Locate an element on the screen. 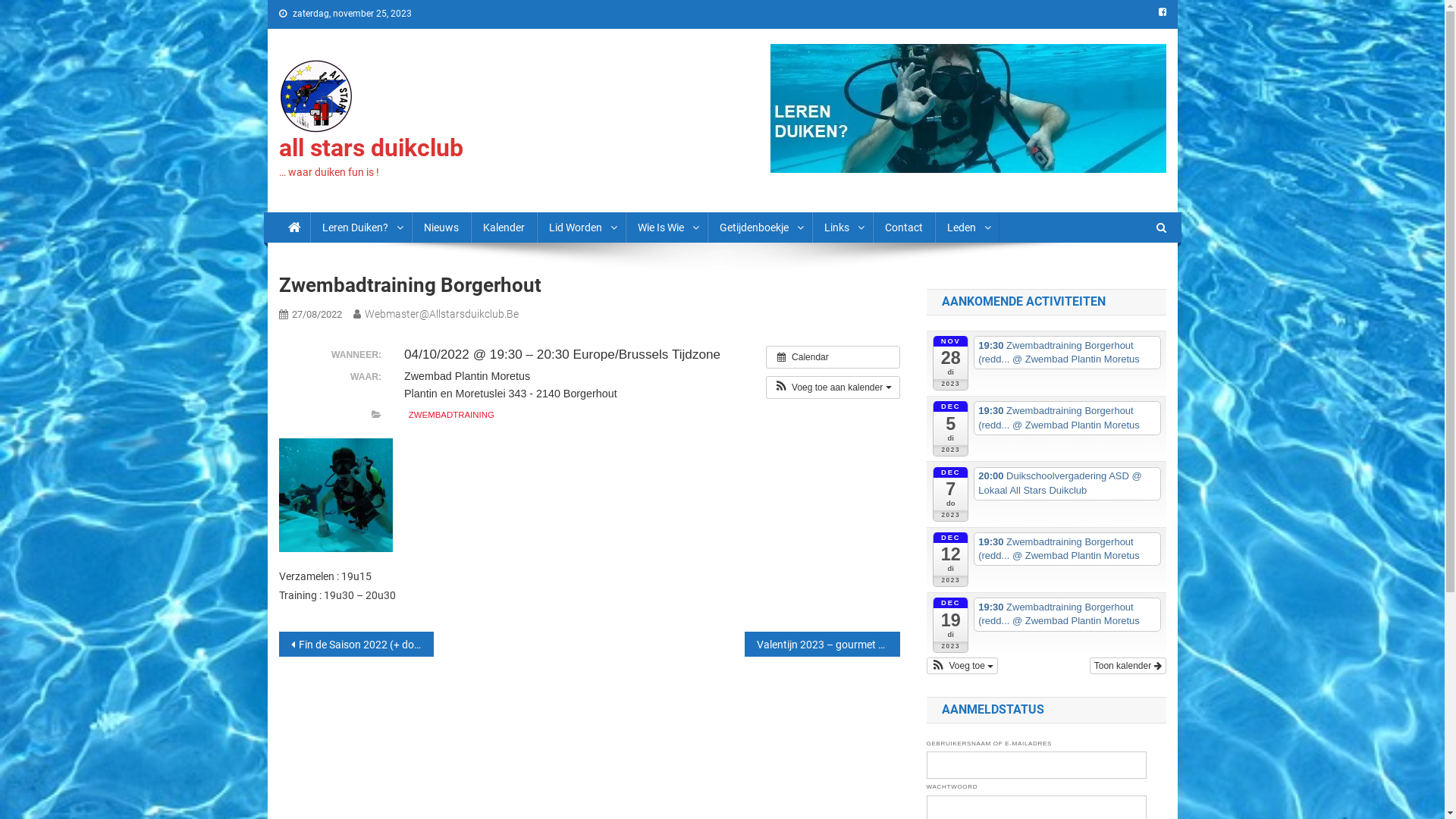 The width and height of the screenshot is (1456, 819). 'NOV is located at coordinates (949, 362).